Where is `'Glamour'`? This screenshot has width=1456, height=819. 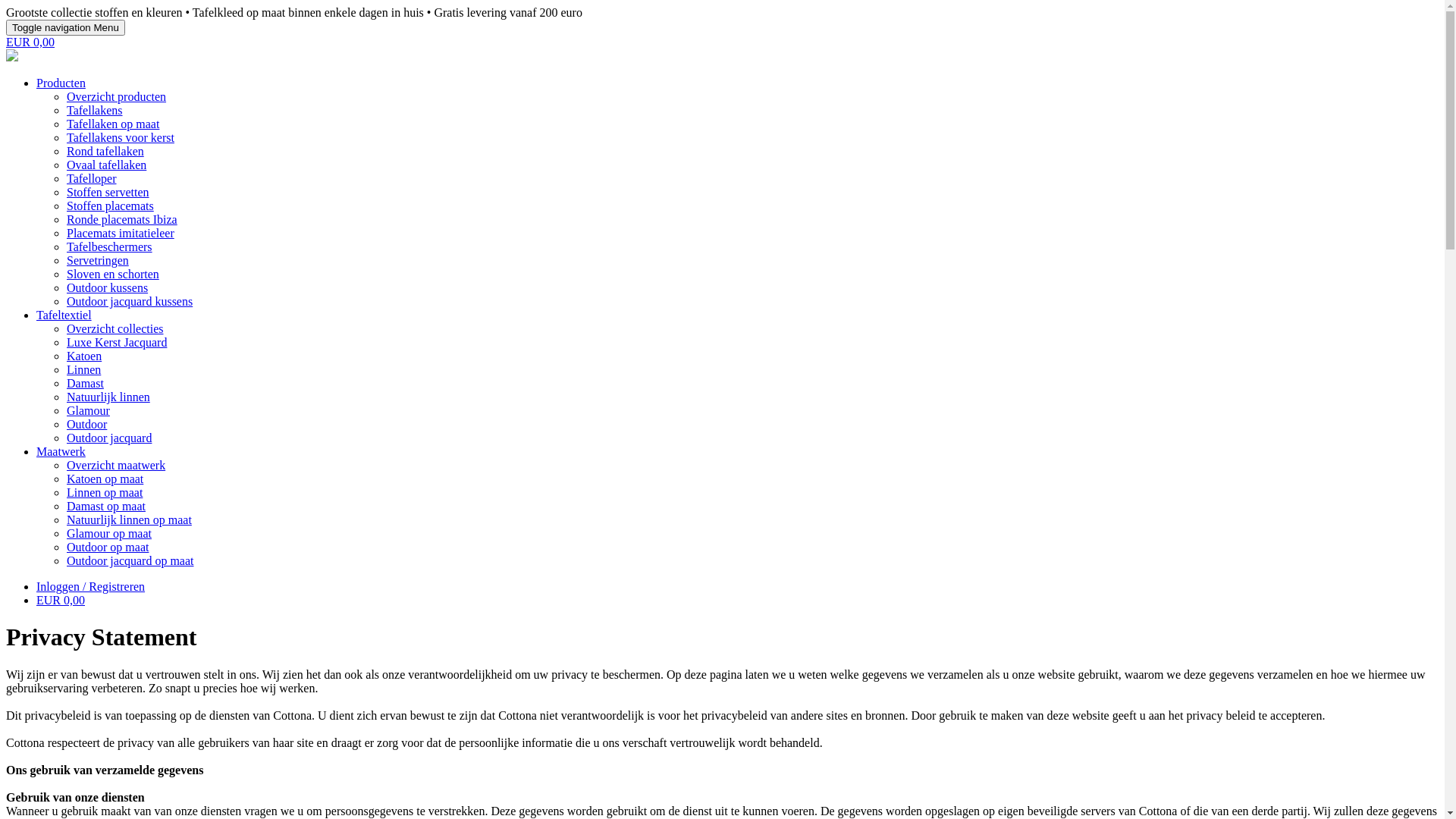 'Glamour' is located at coordinates (87, 410).